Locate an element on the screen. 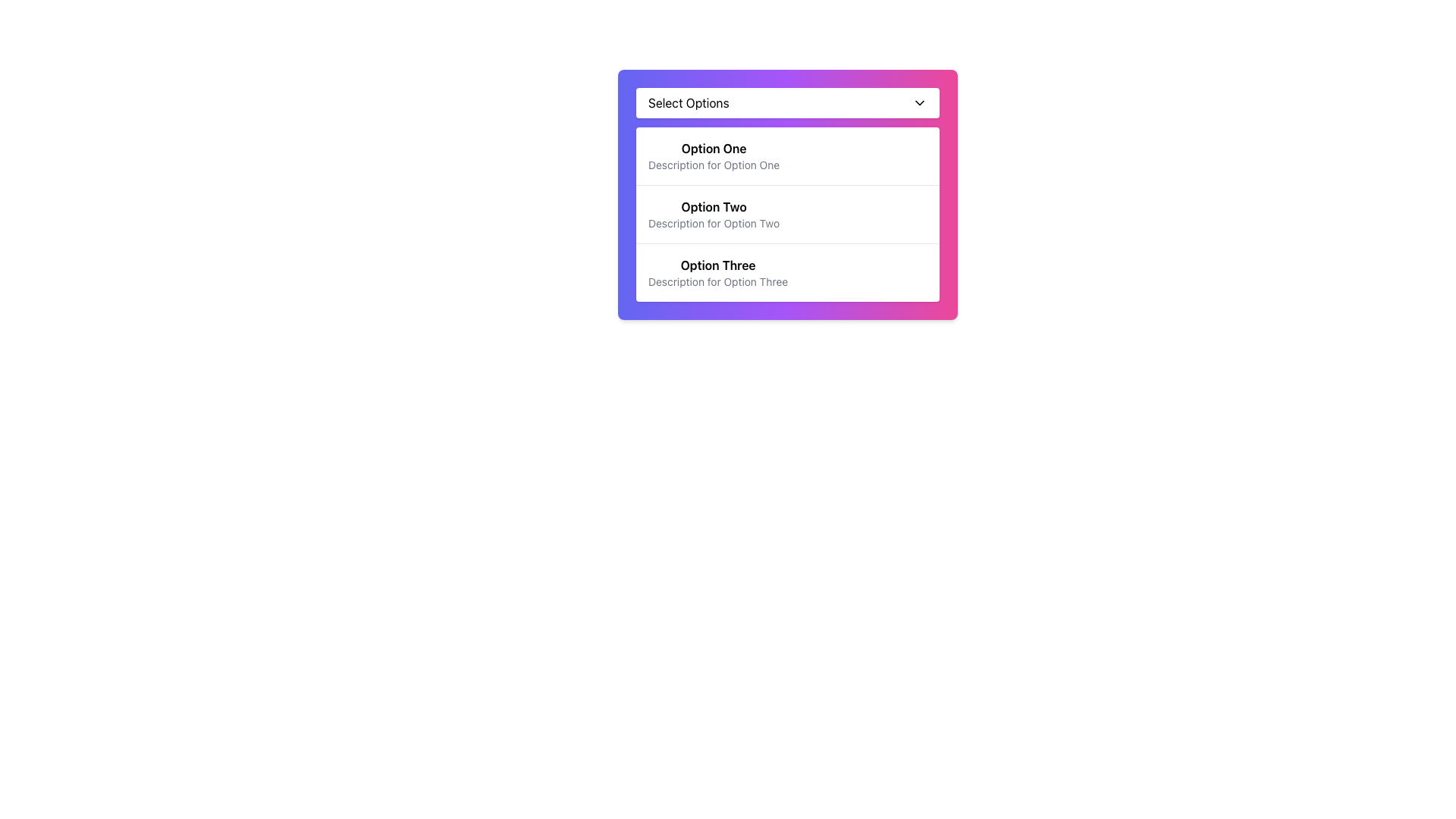 The width and height of the screenshot is (1456, 819). assistive technology is located at coordinates (717, 265).